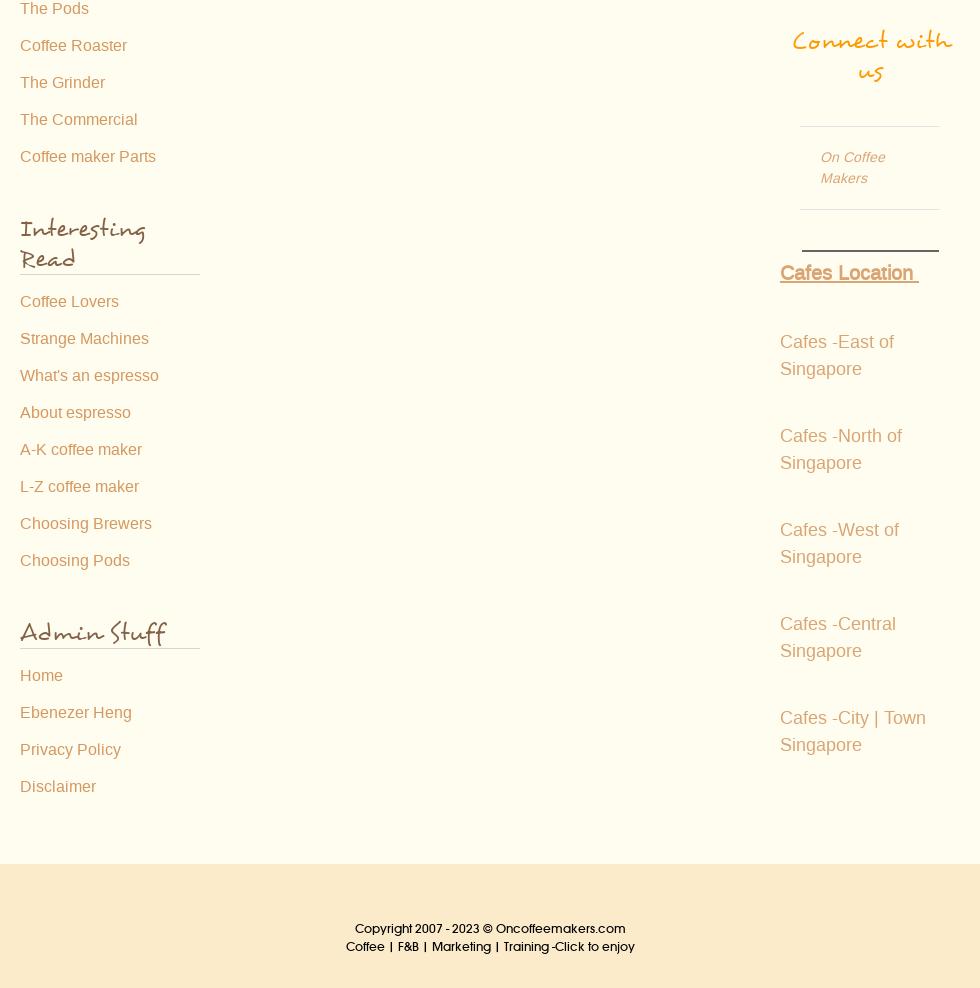  What do you see at coordinates (19, 560) in the screenshot?
I see `'Choosing Pods'` at bounding box center [19, 560].